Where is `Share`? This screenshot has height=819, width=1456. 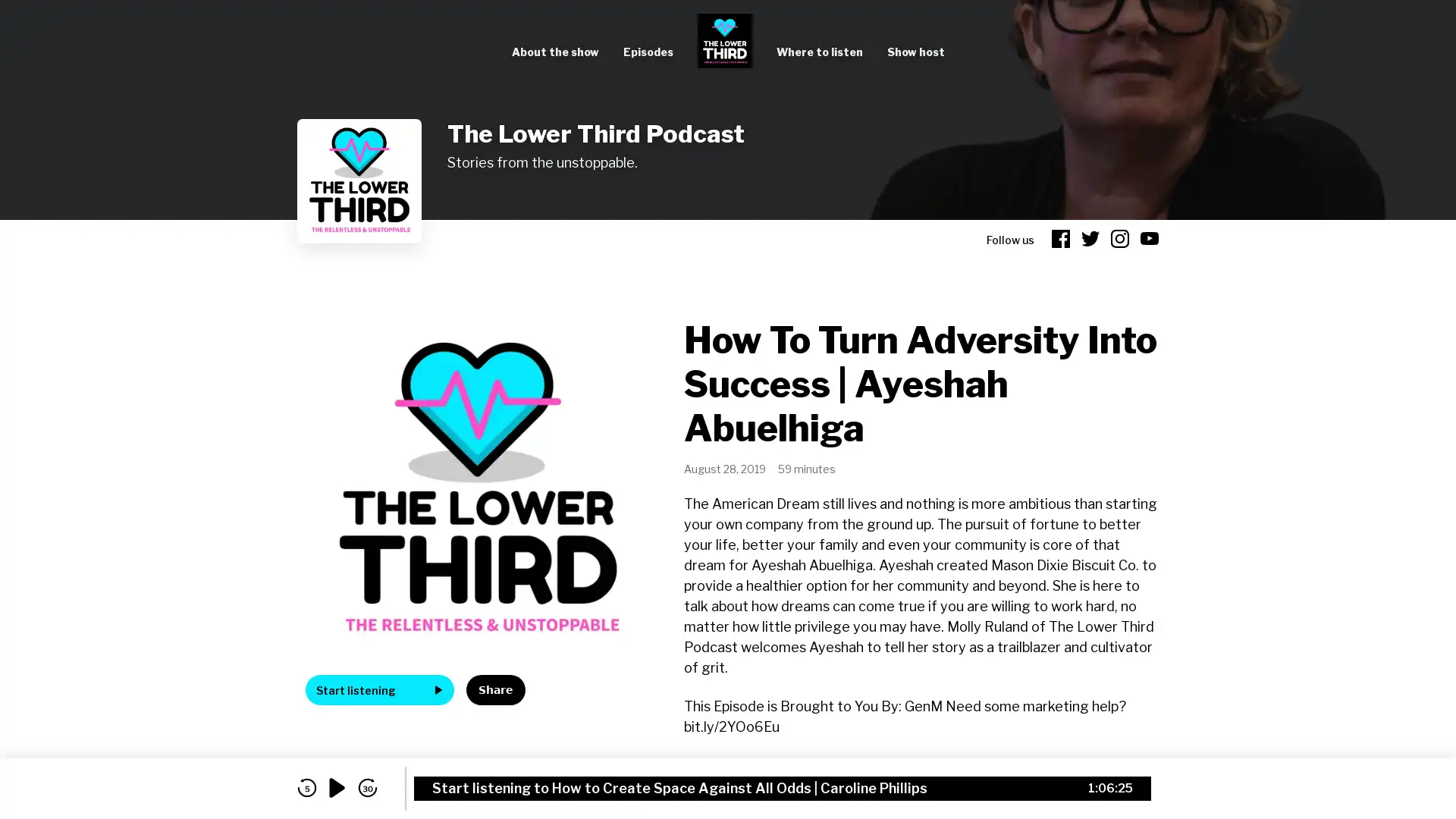 Share is located at coordinates (495, 690).